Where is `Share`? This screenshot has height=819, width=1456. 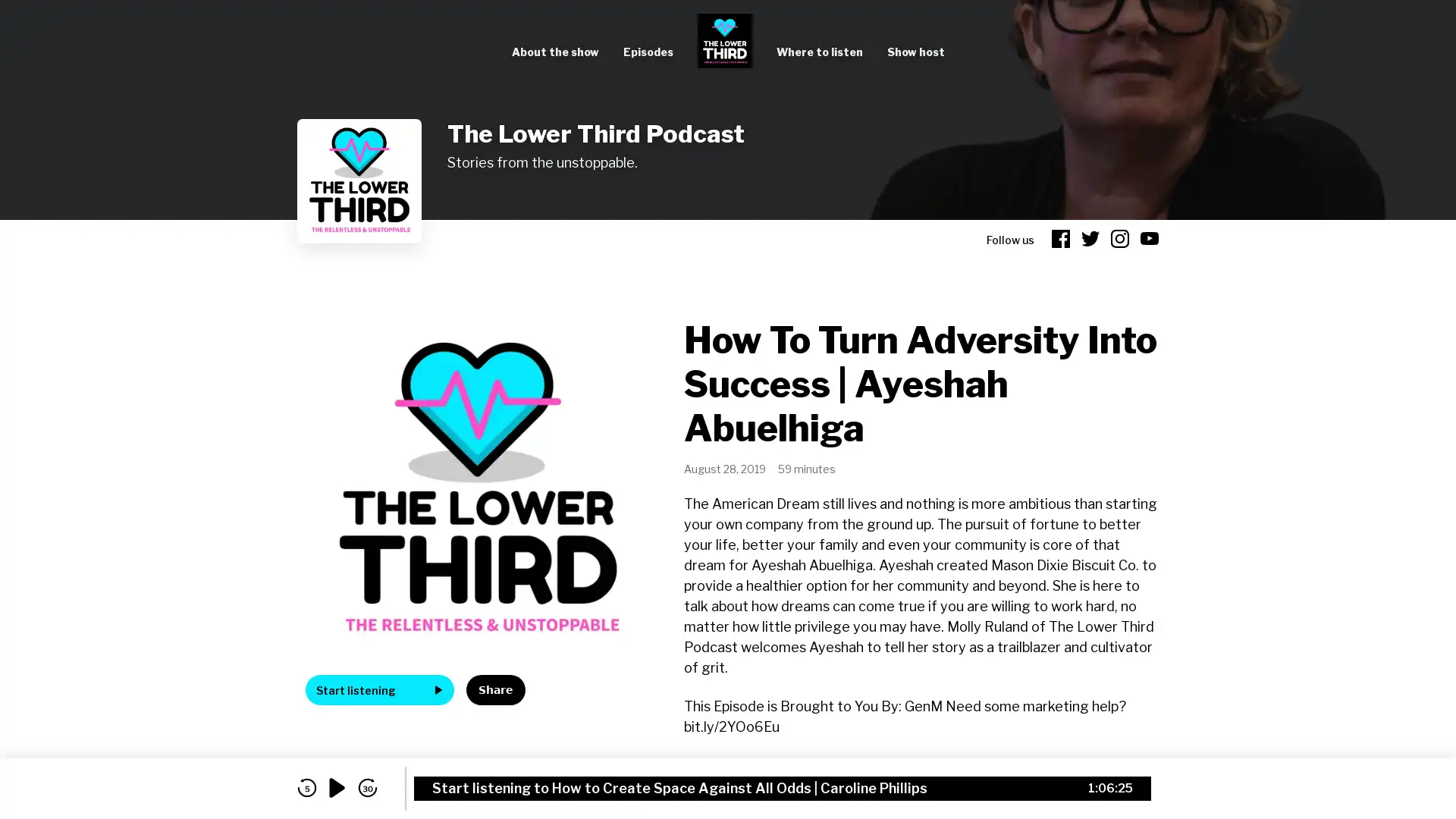 Share is located at coordinates (495, 690).